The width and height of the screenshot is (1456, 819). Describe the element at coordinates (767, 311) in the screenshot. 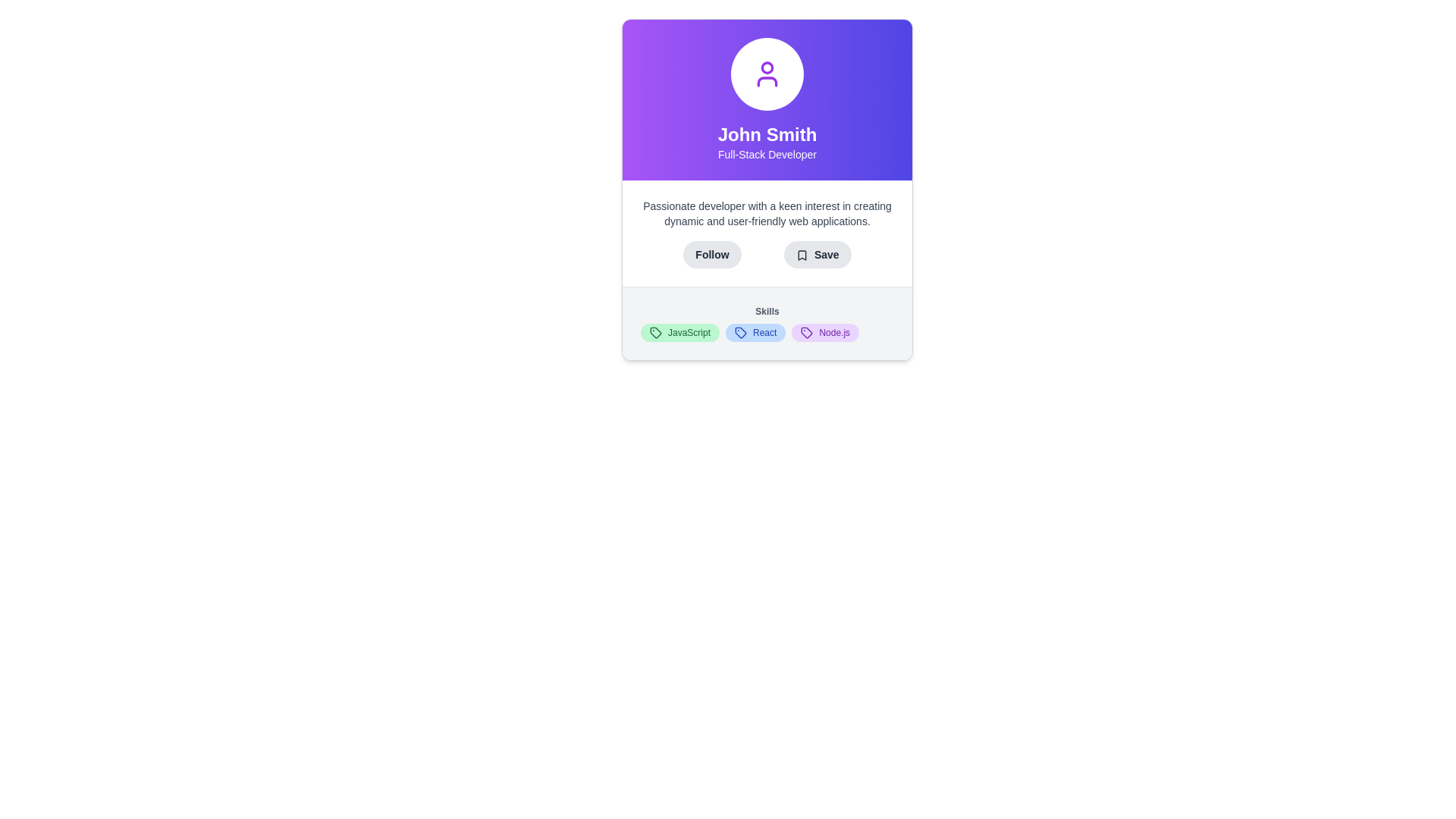

I see `the 'Skills' heading text label, which is a smaller, bold, gray font aligned to the left, located above the tags 'JavaScript', 'React', and 'Node.js'` at that location.